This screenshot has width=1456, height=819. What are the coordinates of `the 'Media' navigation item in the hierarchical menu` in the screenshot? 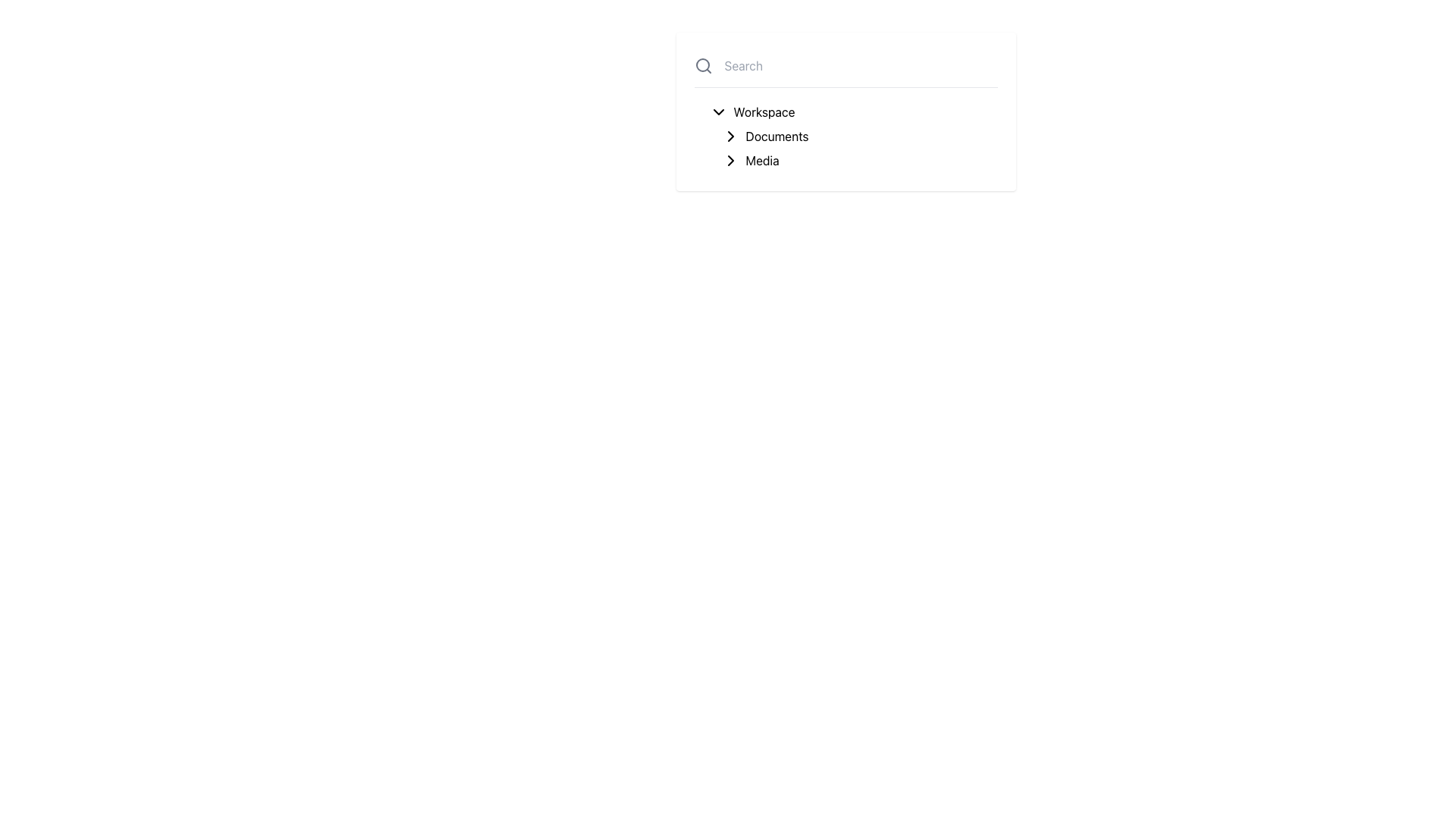 It's located at (852, 161).